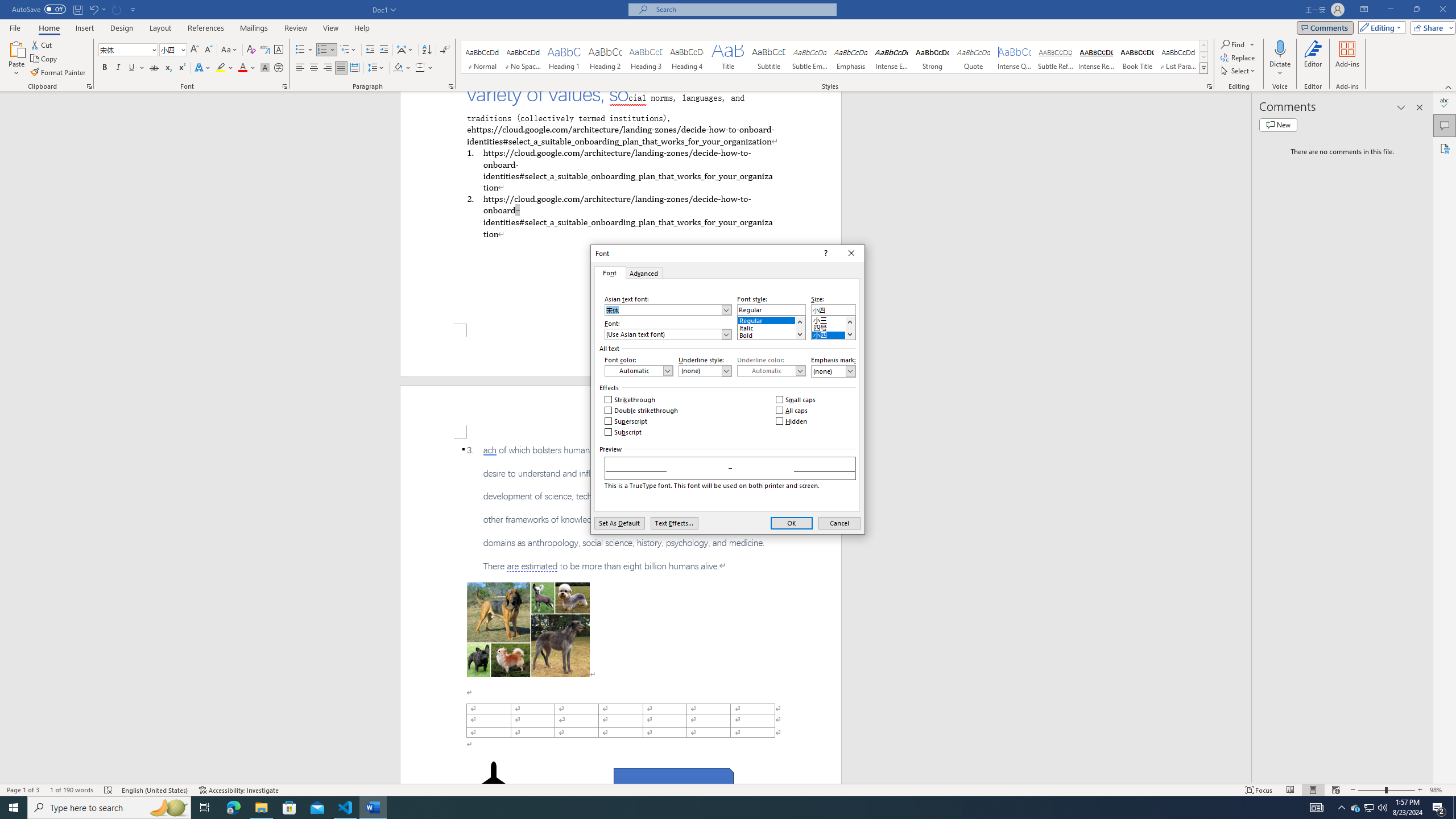 The image size is (1456, 819). Describe the element at coordinates (1313, 790) in the screenshot. I see `'Print Layout'` at that location.